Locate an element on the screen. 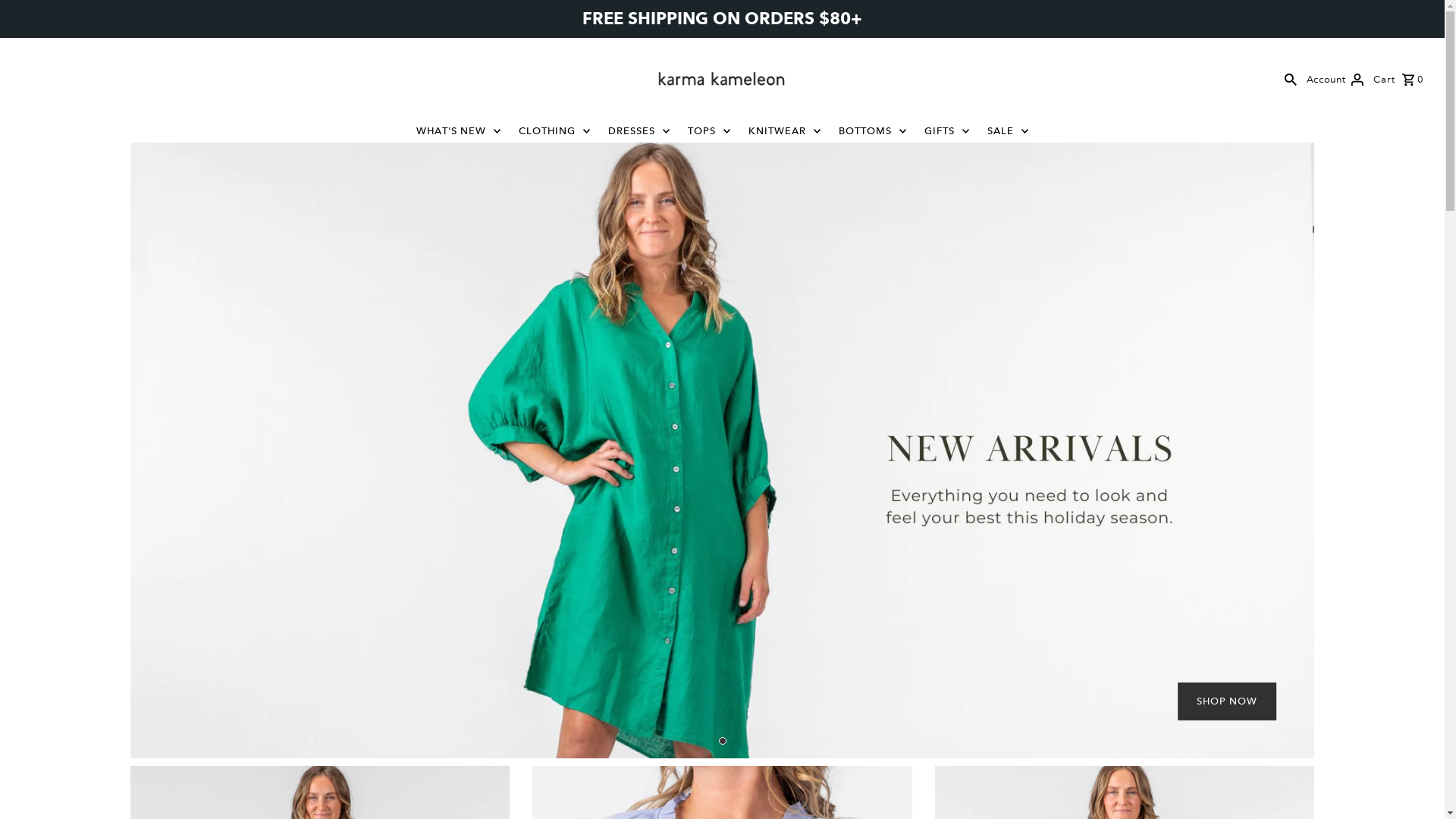 This screenshot has width=1456, height=819. 'SALE' is located at coordinates (979, 130).